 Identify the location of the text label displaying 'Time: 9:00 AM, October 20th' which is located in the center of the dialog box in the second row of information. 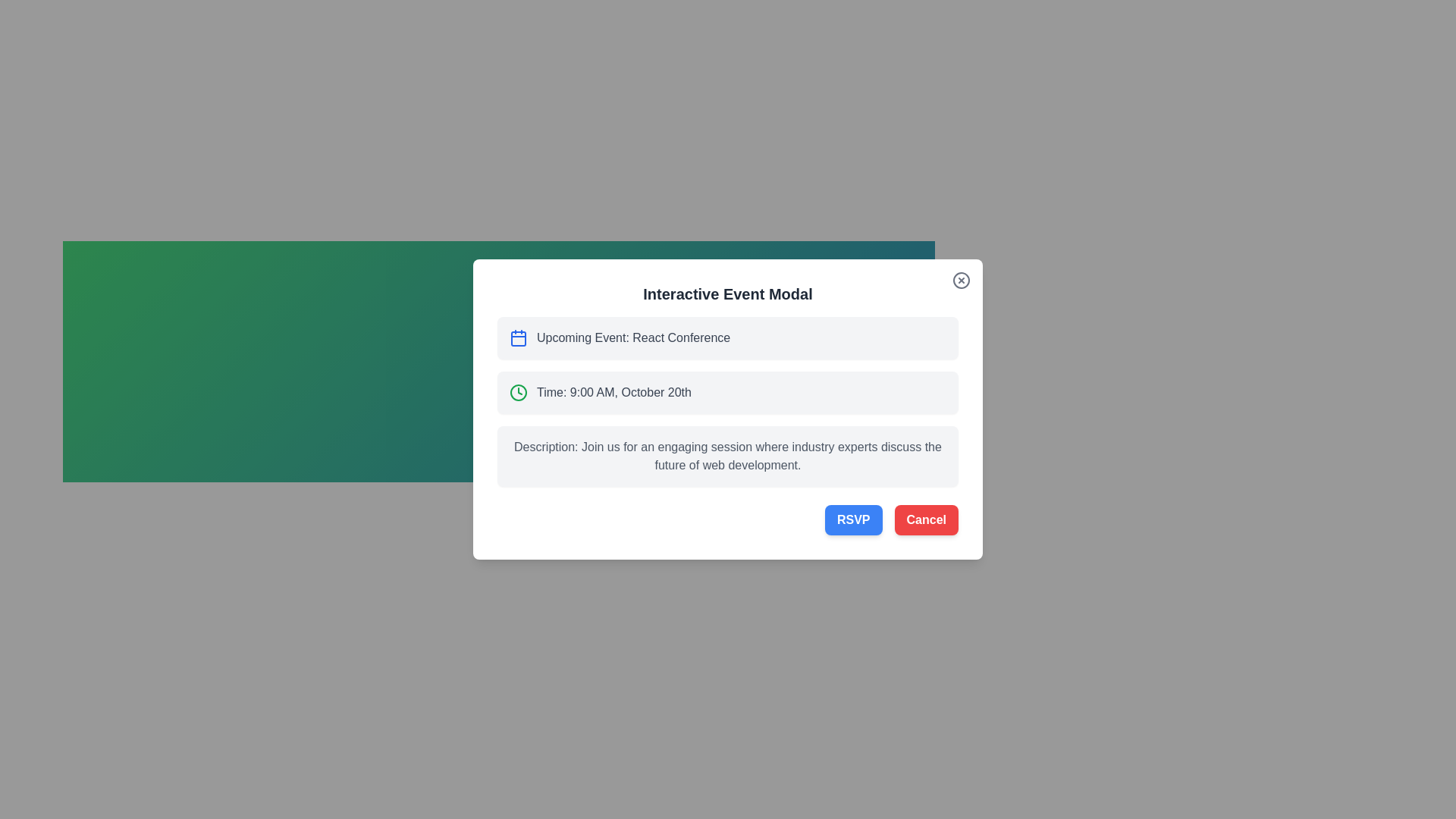
(614, 391).